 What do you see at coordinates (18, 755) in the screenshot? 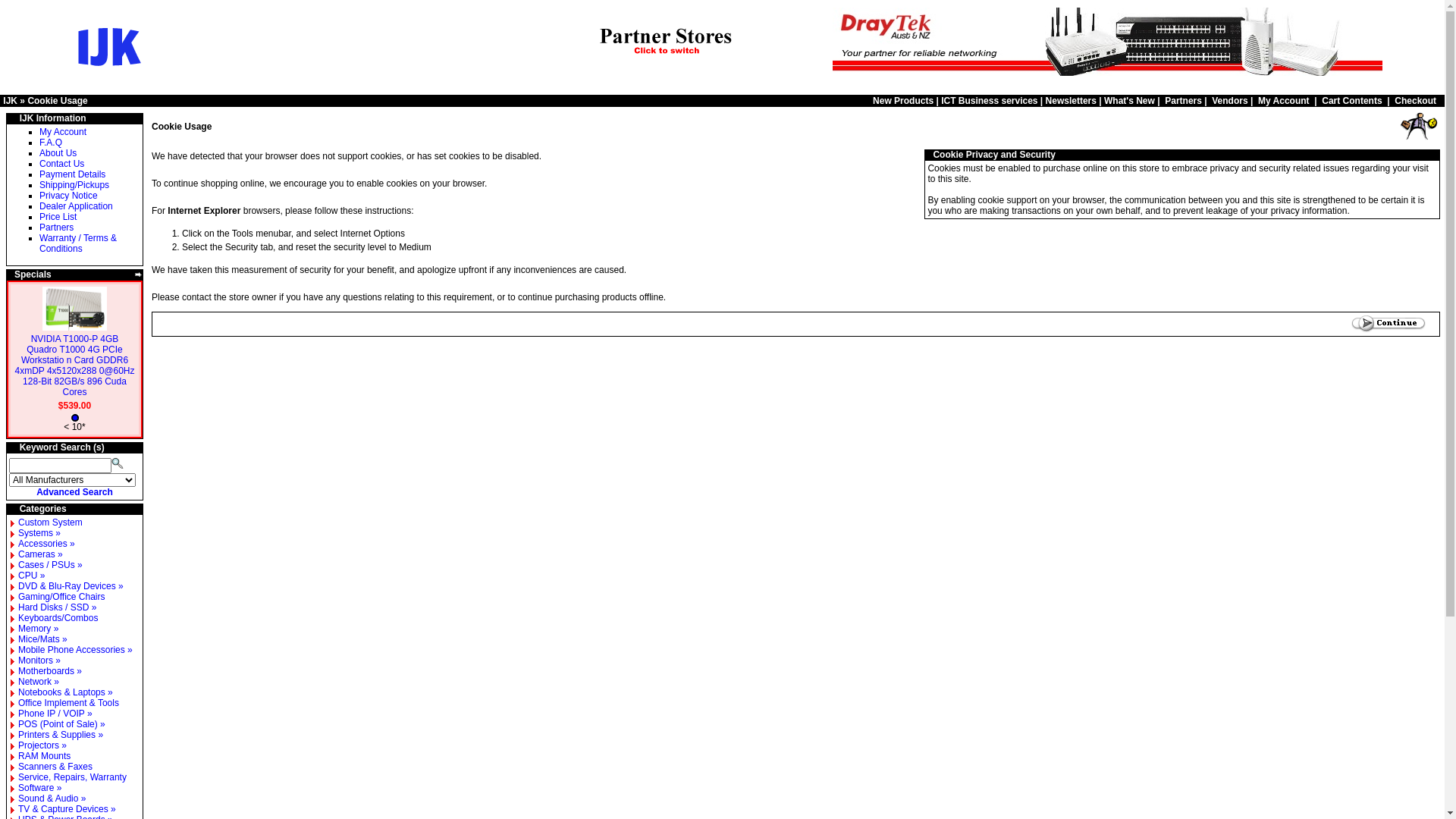
I see `'RAM Mounts'` at bounding box center [18, 755].